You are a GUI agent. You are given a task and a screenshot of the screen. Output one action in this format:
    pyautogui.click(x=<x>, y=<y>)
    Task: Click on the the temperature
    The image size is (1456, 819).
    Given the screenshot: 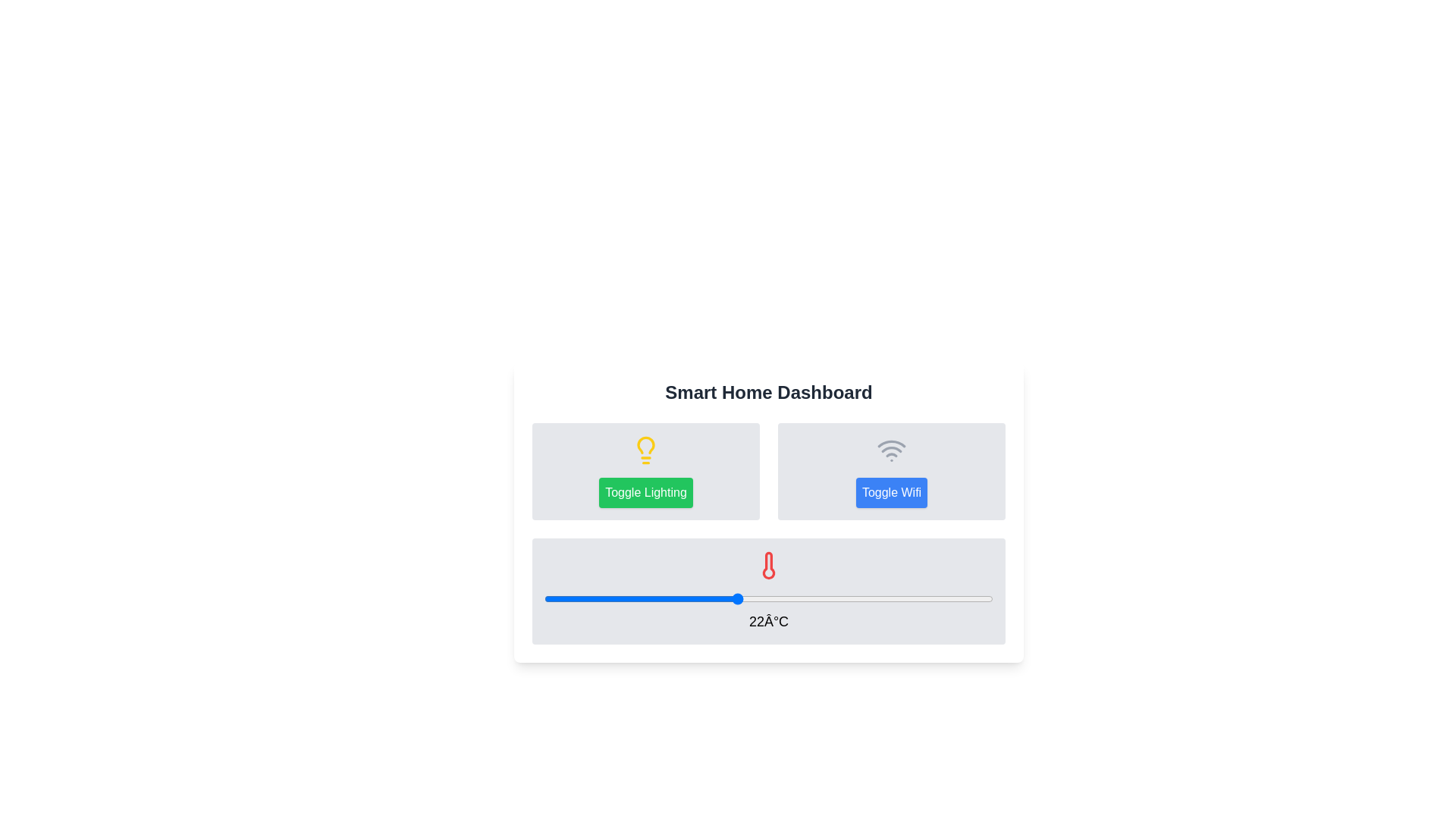 What is the action you would take?
    pyautogui.click(x=928, y=598)
    